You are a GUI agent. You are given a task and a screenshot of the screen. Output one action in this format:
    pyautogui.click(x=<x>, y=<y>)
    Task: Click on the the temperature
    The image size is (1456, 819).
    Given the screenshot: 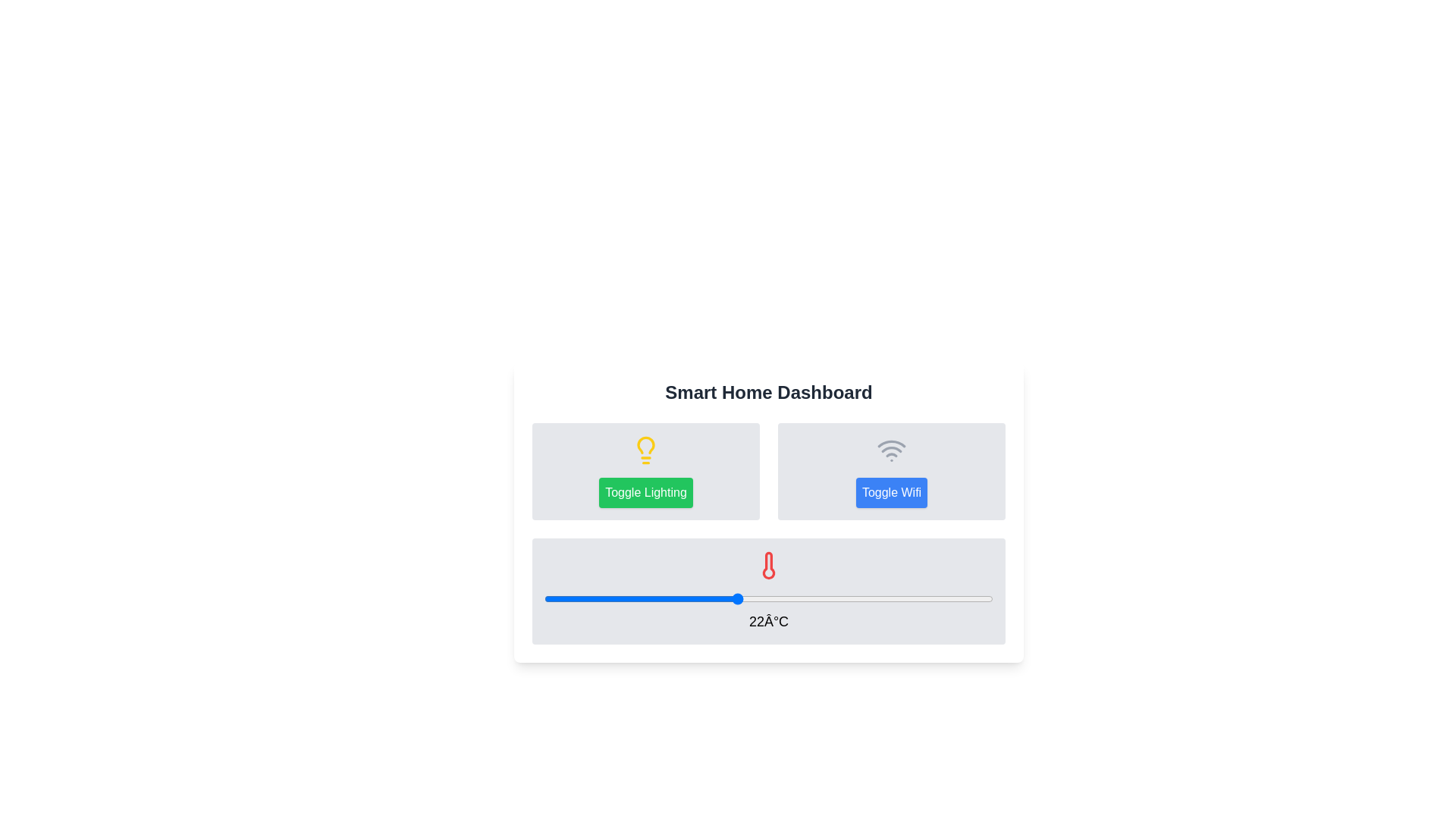 What is the action you would take?
    pyautogui.click(x=928, y=598)
    